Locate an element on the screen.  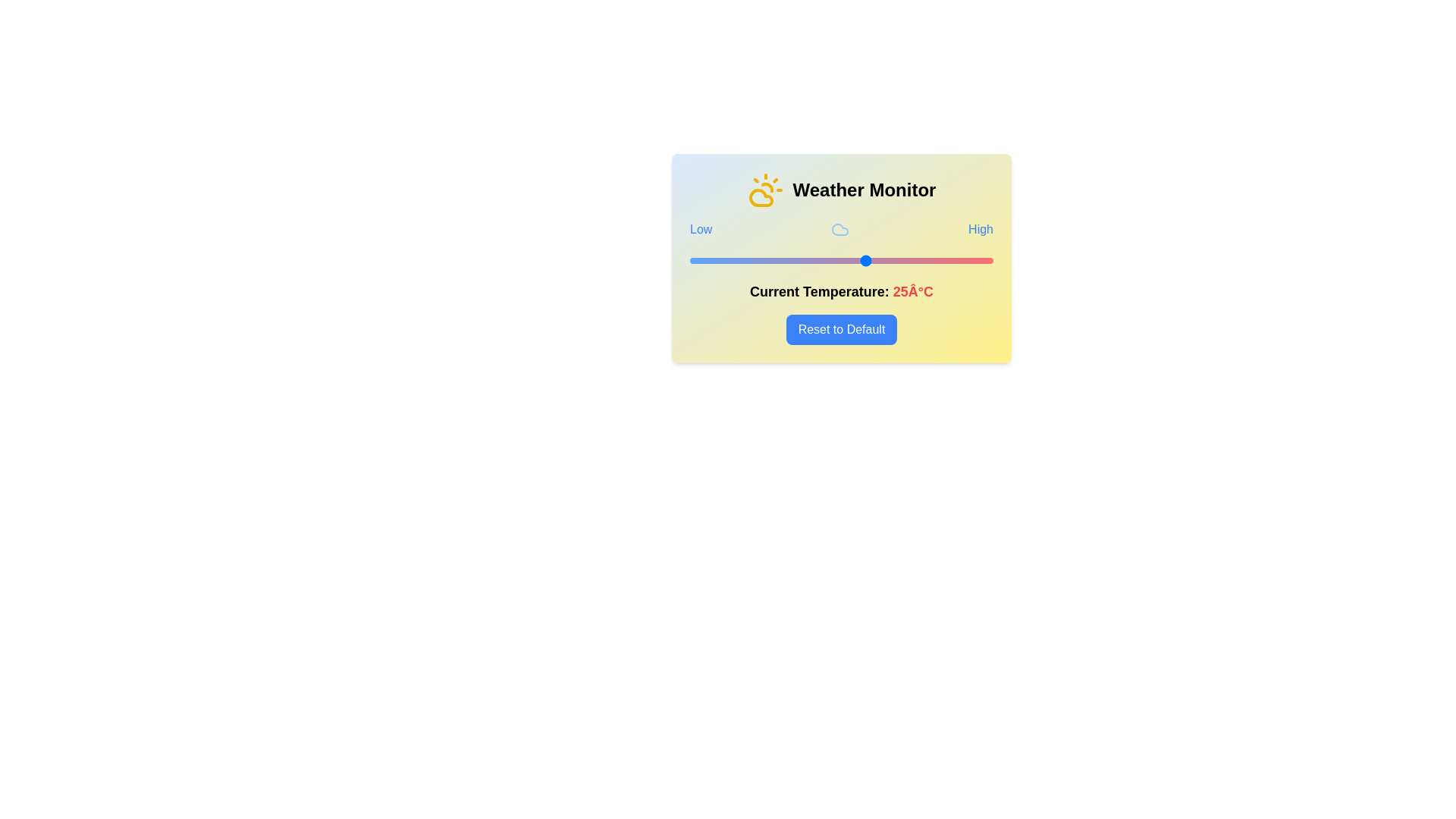
the temperature to -2°C using the slider is located at coordinates (730, 259).